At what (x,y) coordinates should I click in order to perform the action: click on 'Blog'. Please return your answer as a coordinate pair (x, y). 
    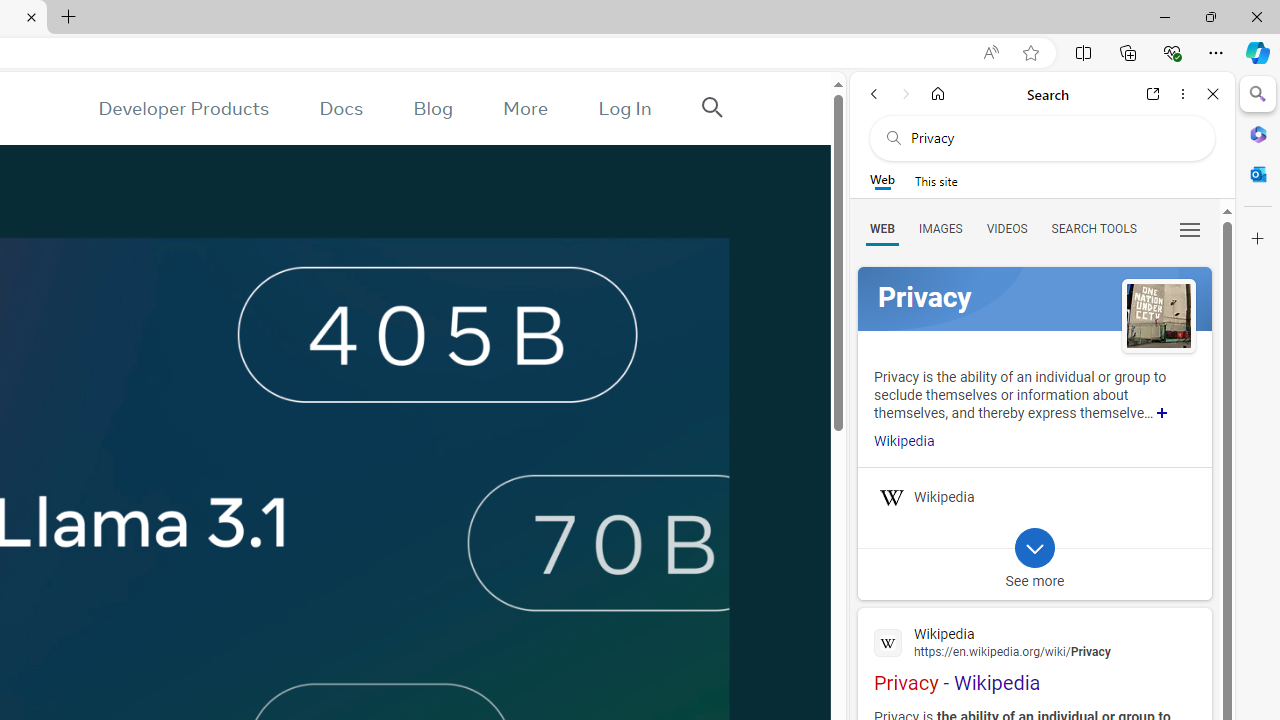
    Looking at the image, I should click on (432, 108).